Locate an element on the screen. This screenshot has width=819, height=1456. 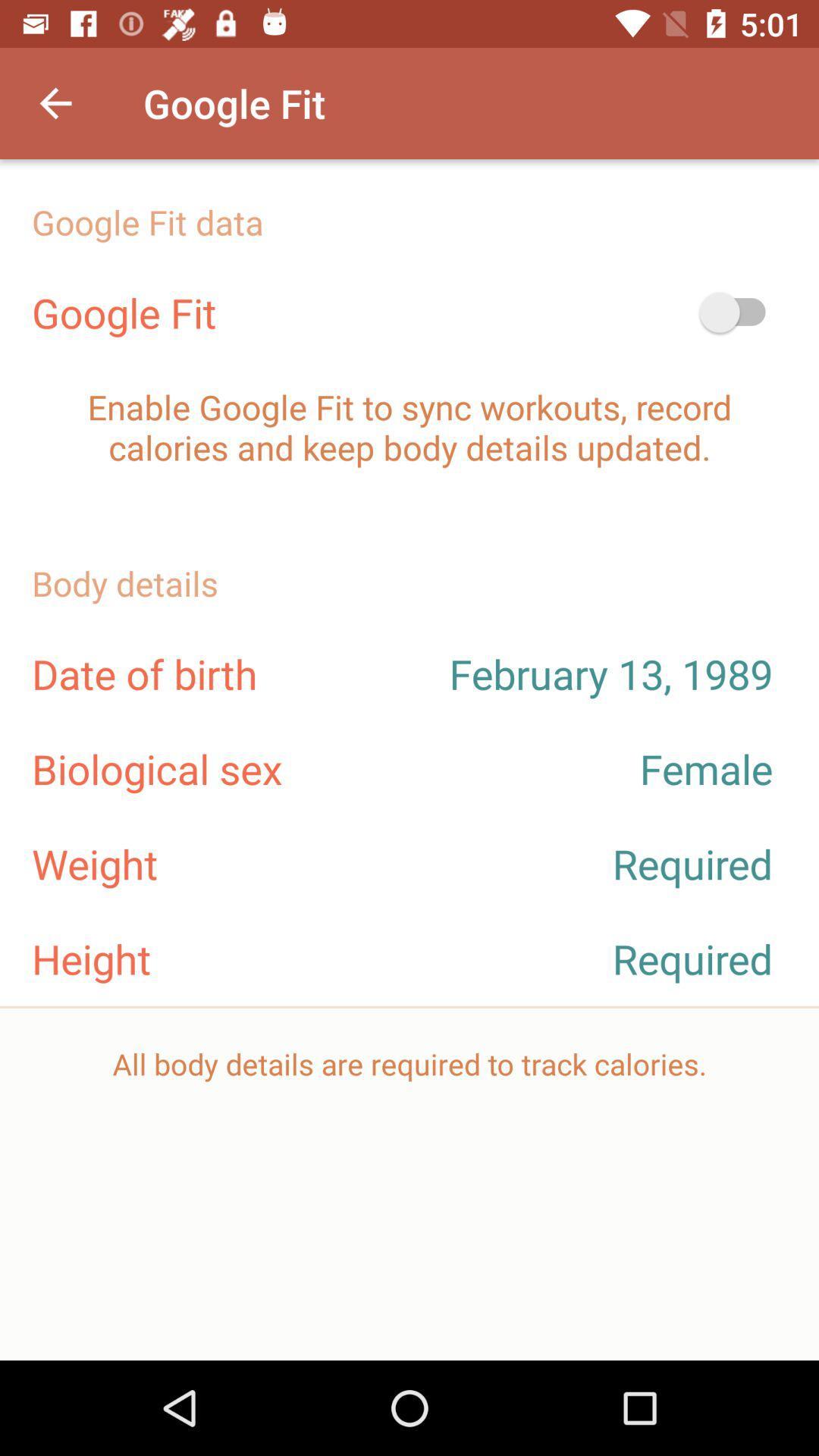
icon next to the google fit item is located at coordinates (55, 102).